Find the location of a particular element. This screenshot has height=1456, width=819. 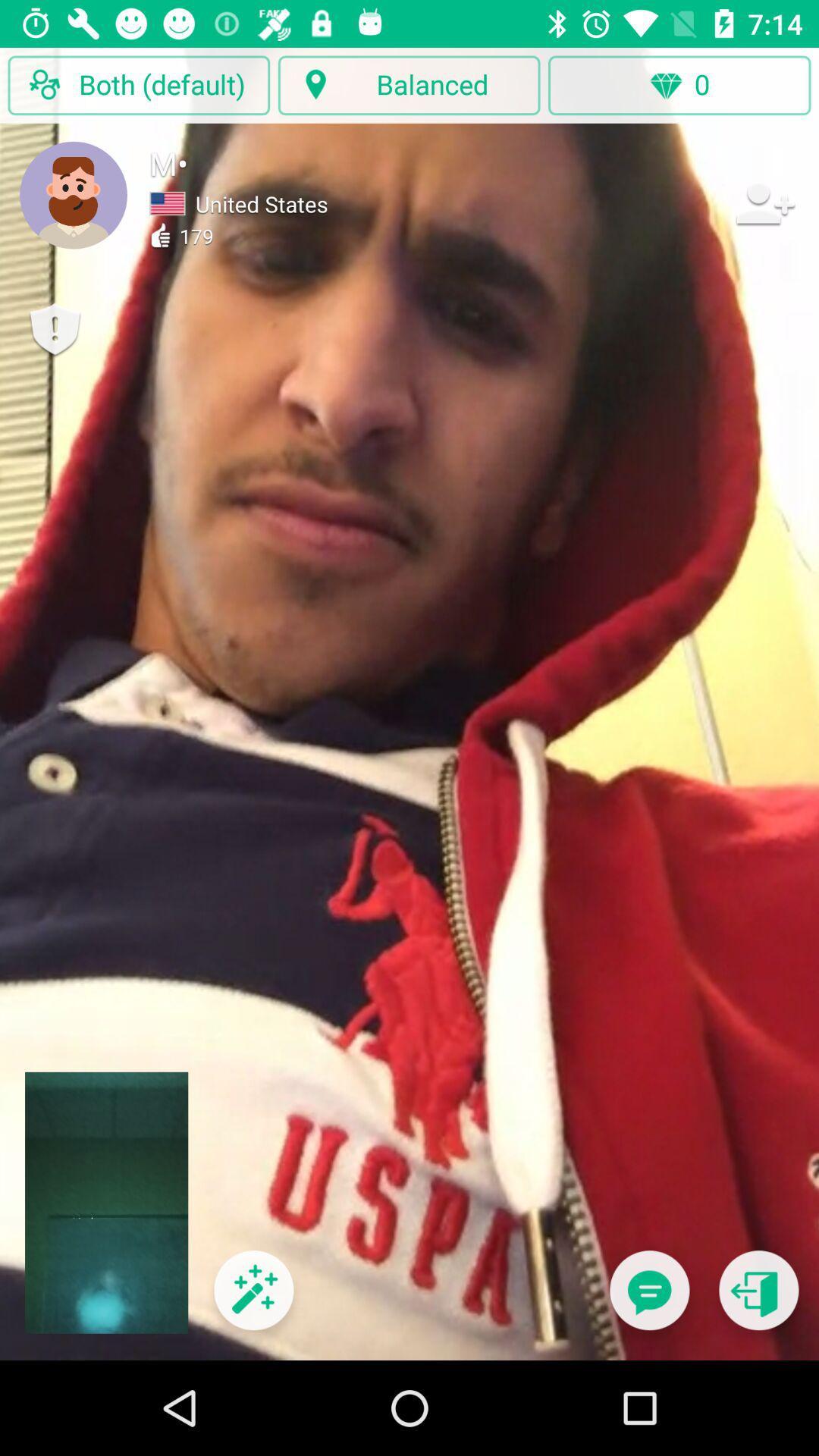

the button is used to talk to an suporter is located at coordinates (648, 1299).